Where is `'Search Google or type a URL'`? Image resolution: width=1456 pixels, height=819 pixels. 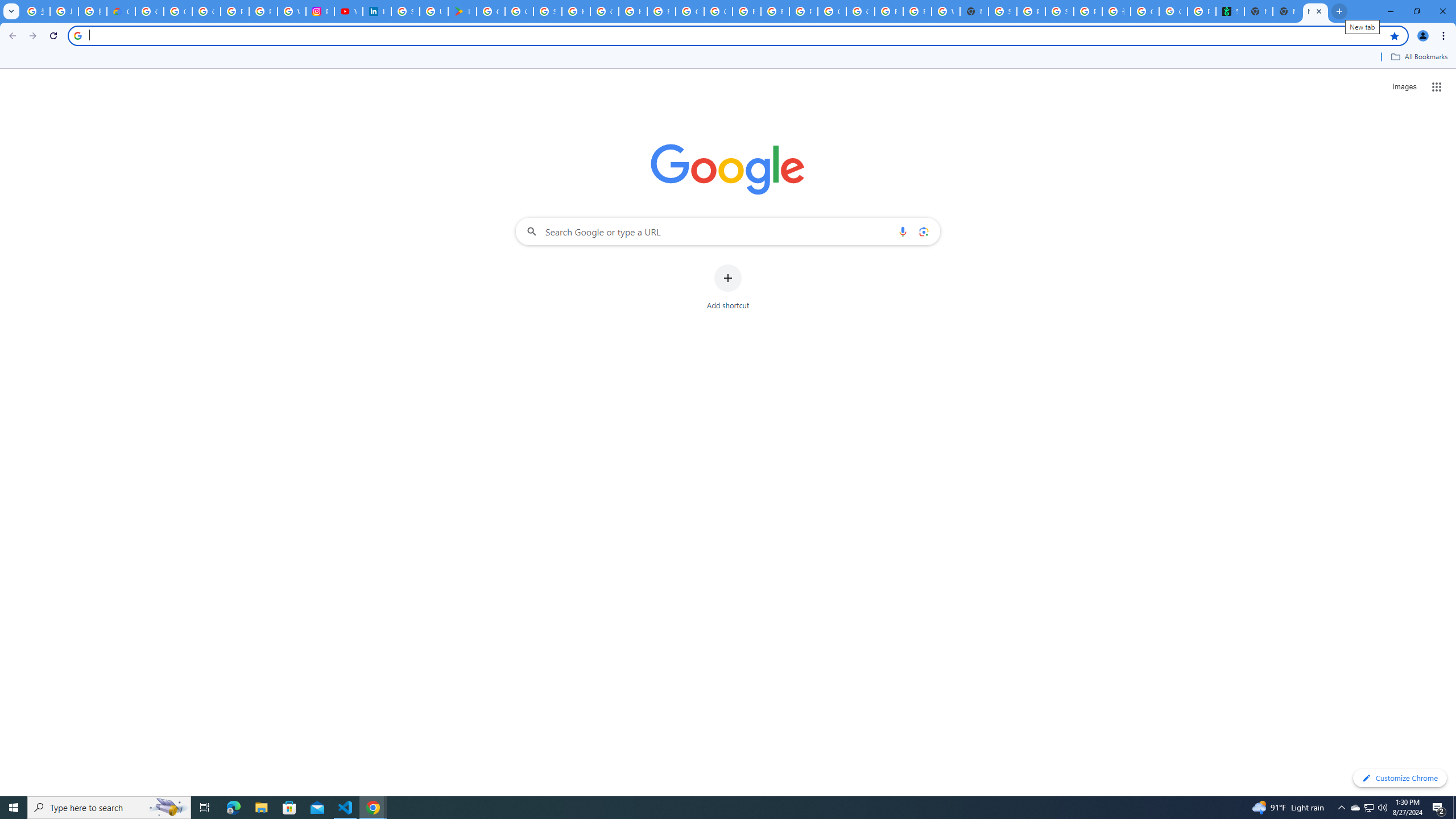 'Search Google or type a URL' is located at coordinates (728, 230).